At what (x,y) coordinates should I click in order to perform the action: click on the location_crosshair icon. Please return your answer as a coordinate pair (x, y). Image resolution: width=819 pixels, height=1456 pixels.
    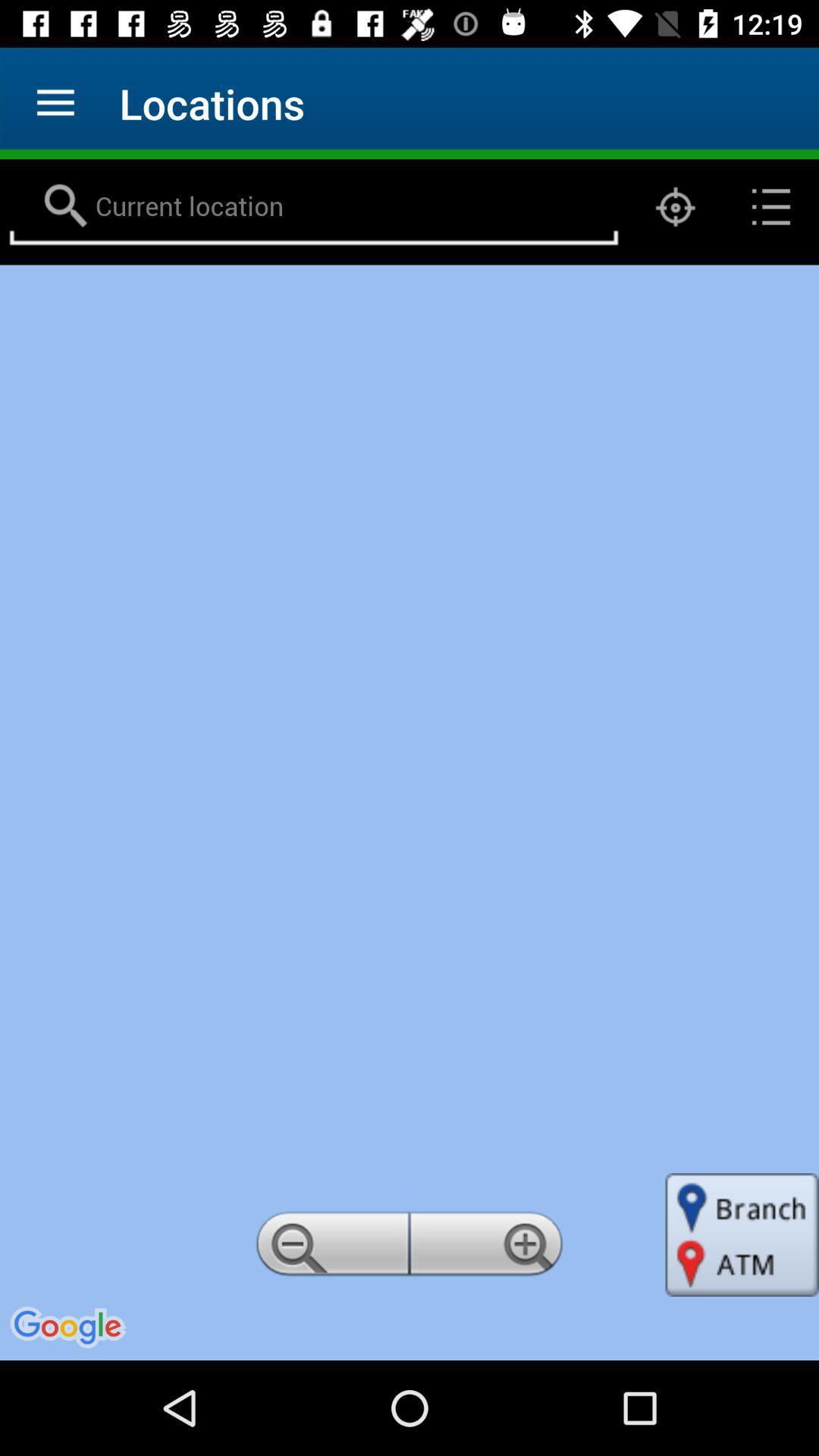
    Looking at the image, I should click on (675, 206).